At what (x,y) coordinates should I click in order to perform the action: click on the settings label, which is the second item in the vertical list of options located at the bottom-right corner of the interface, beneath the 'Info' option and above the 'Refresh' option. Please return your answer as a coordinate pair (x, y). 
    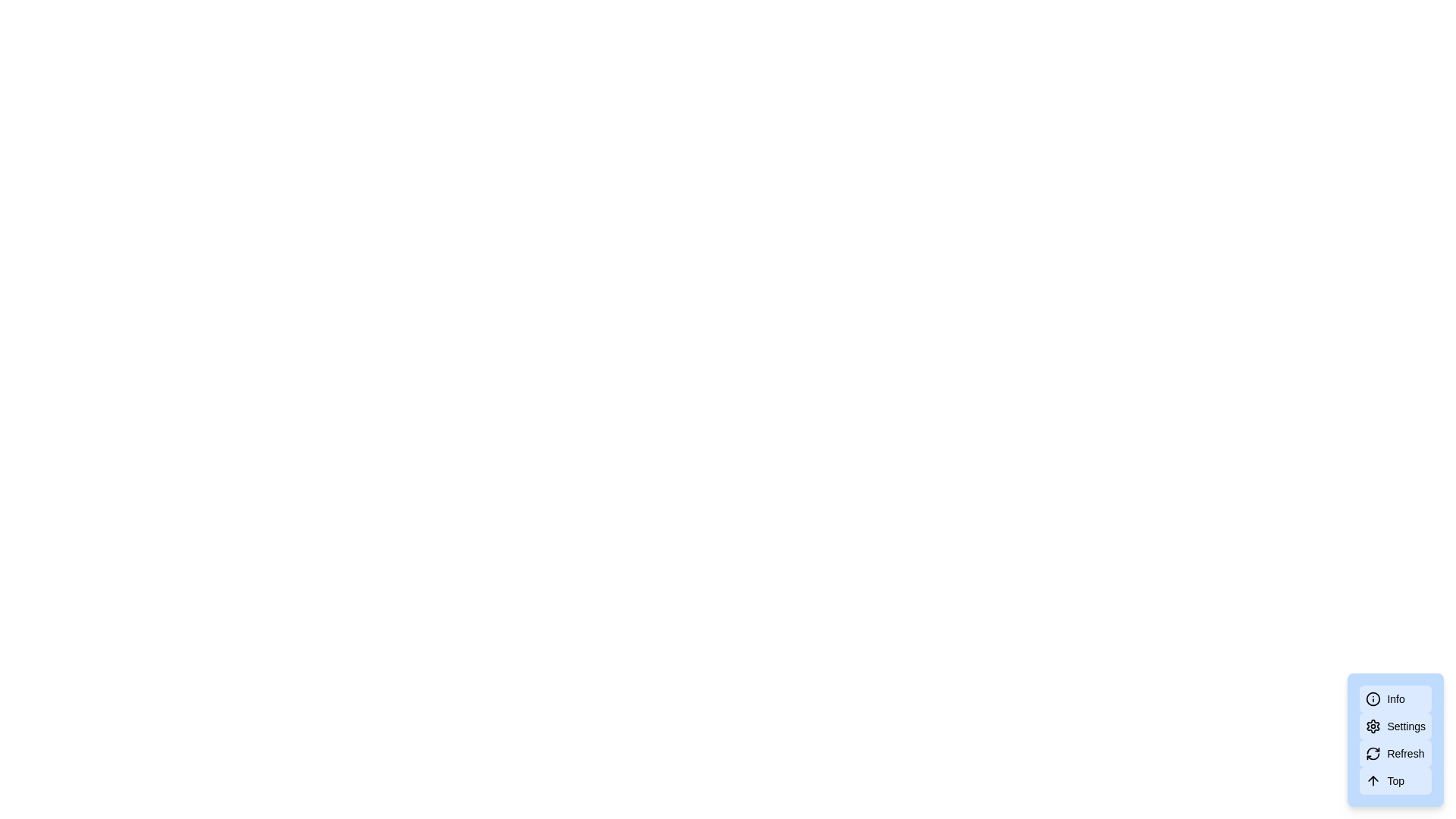
    Looking at the image, I should click on (1405, 725).